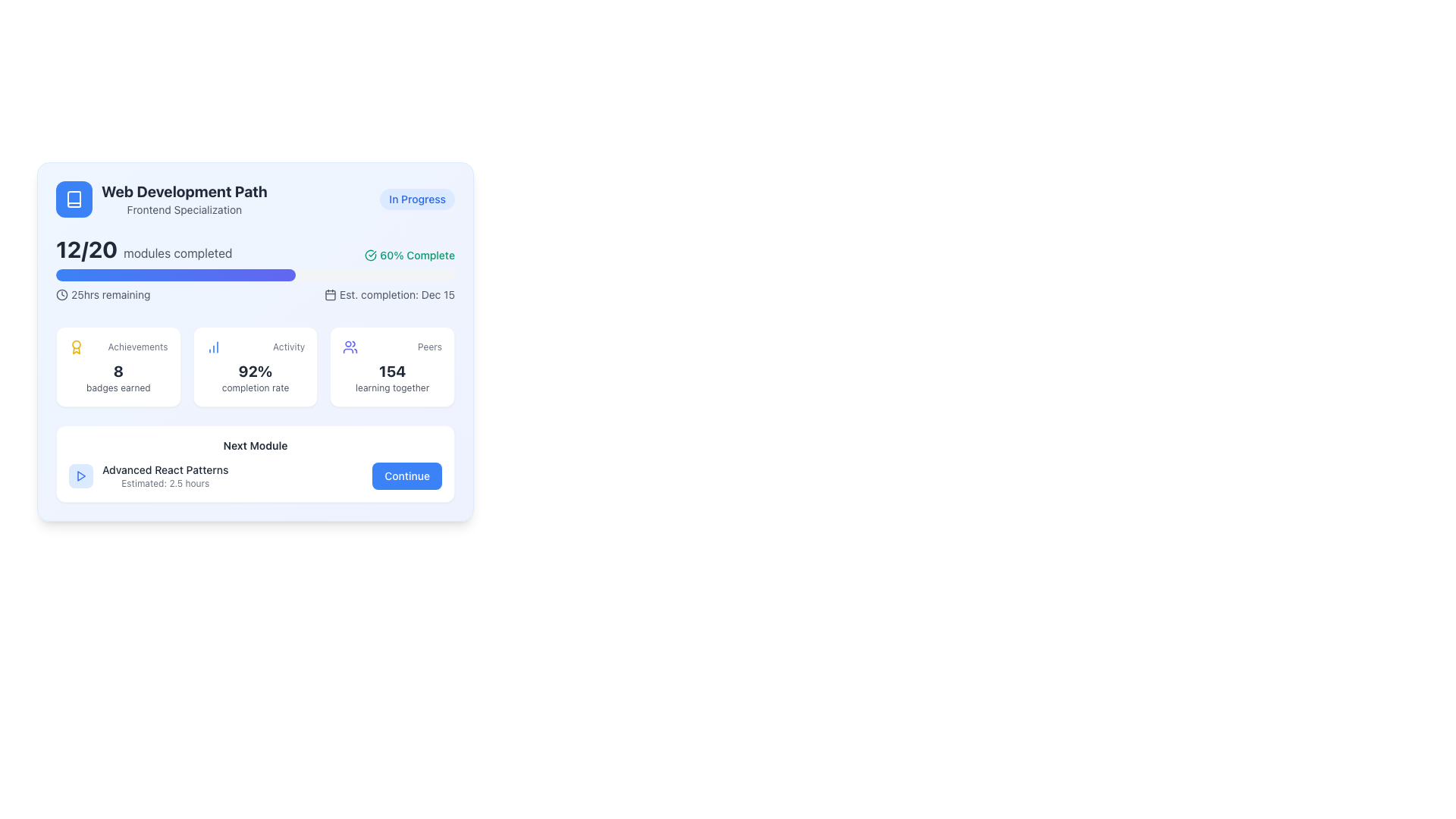 This screenshot has height=819, width=1456. I want to click on the play button located within the blue-shaded, rounded rectangular area, adjacent to the title 'Advanced React Patterns', so click(80, 475).